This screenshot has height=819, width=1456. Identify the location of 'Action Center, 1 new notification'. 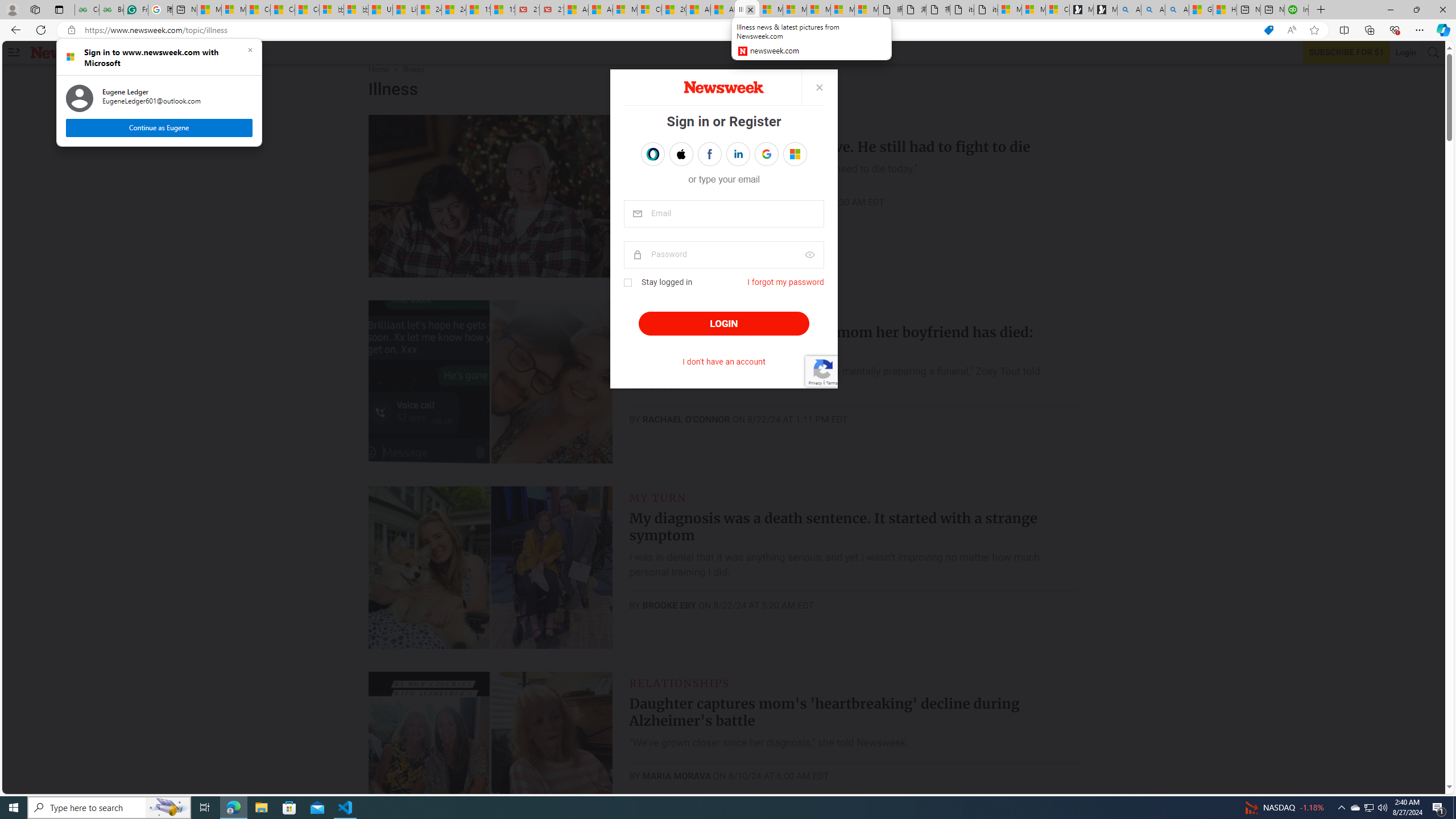
(1439, 806).